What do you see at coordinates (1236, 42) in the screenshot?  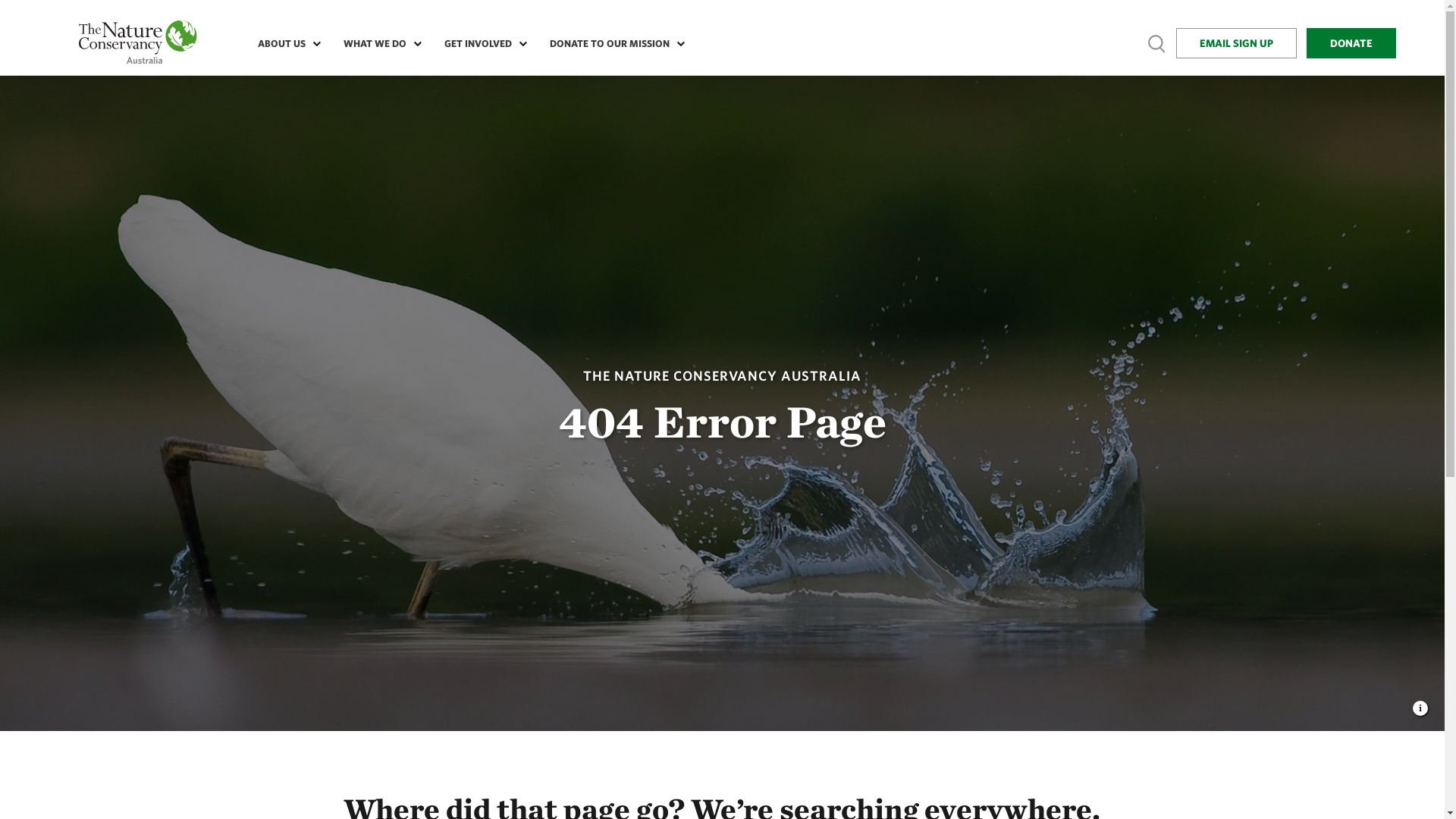 I see `'EMAIL SIGN UP'` at bounding box center [1236, 42].